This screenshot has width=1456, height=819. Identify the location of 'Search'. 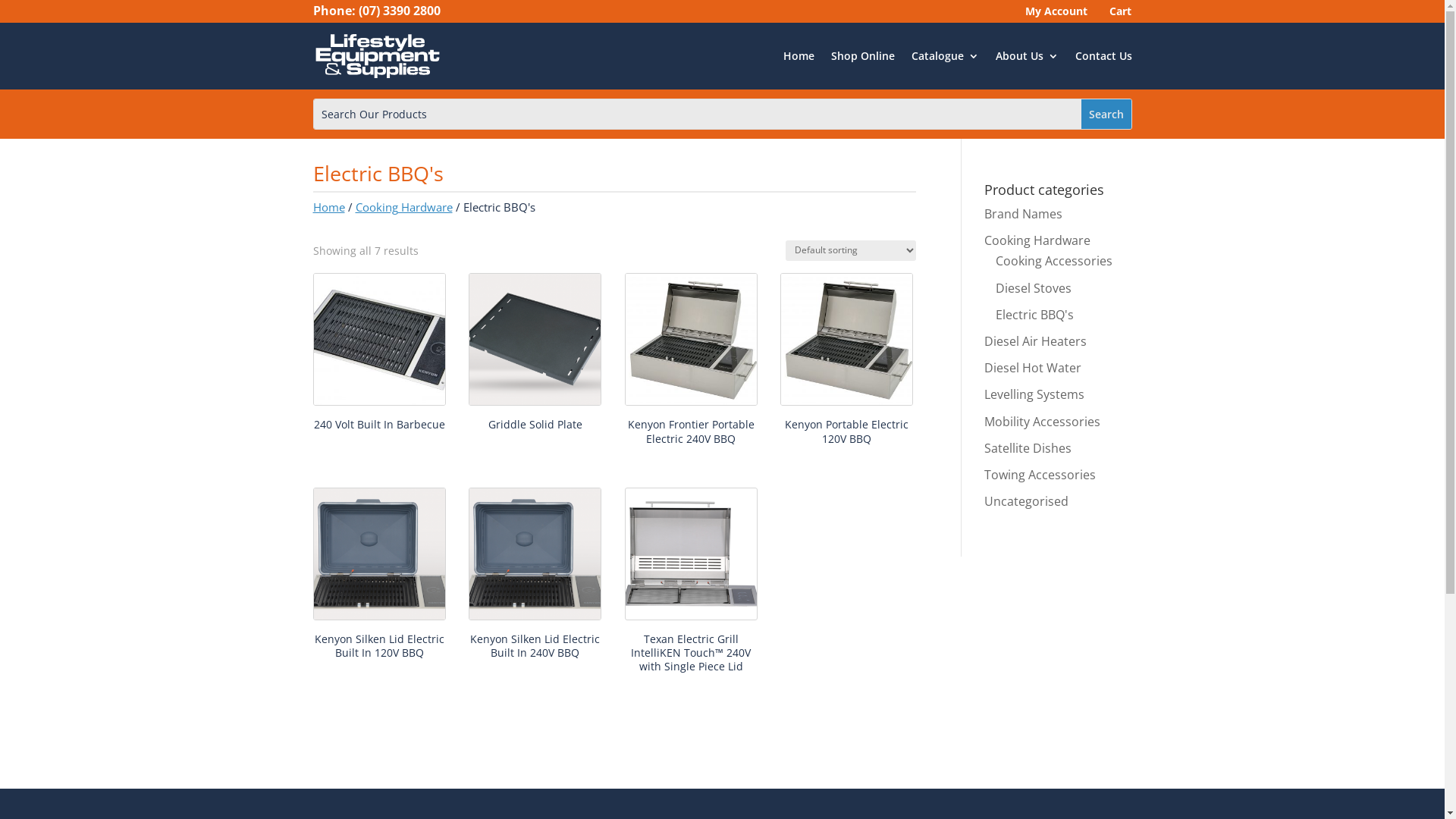
(1080, 113).